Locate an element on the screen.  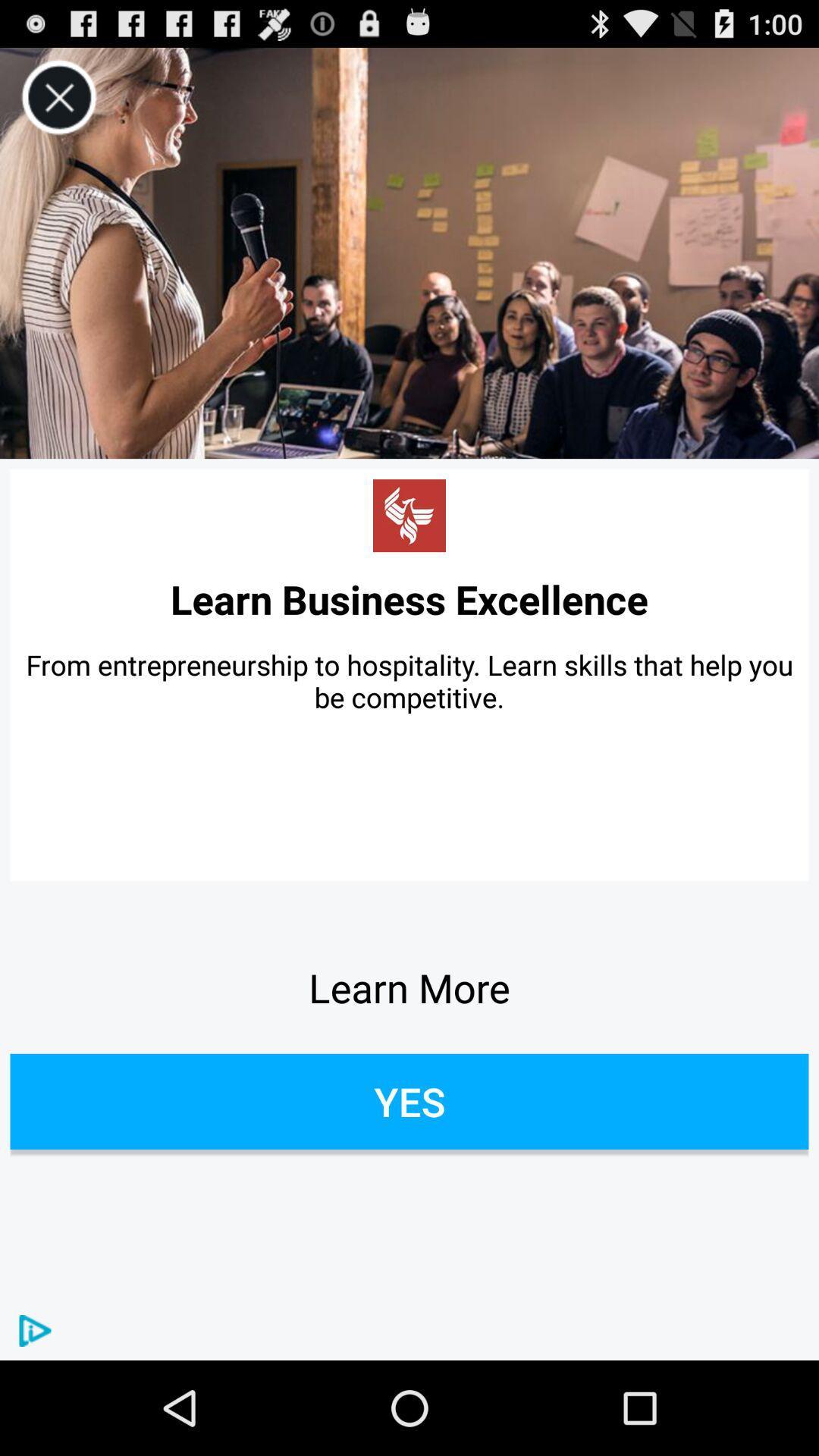
learn more icon is located at coordinates (409, 987).